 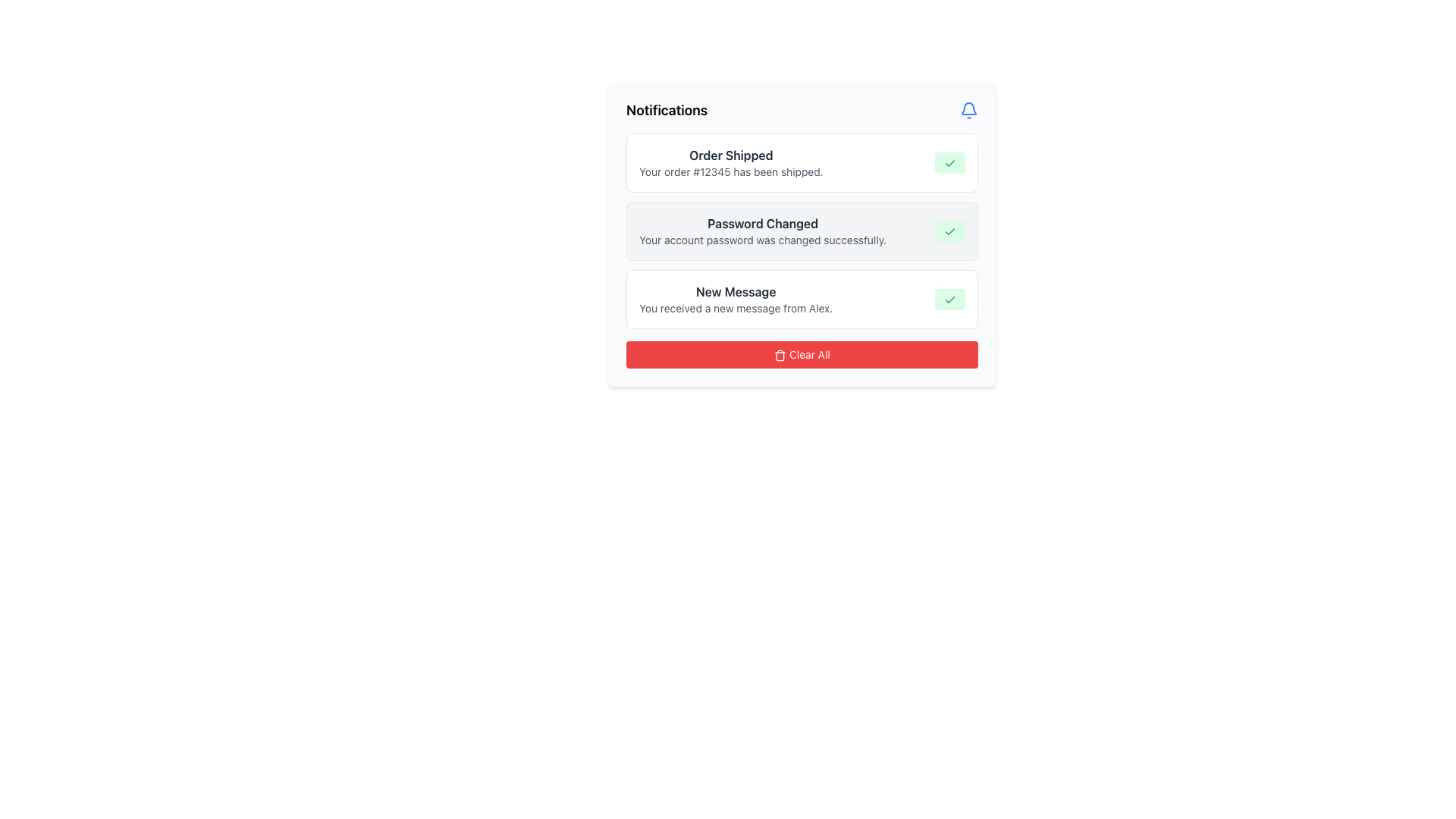 I want to click on the interactive button with a green checkmark icon next to the 'Password Changed' notification to acknowledge the notification, so click(x=949, y=231).